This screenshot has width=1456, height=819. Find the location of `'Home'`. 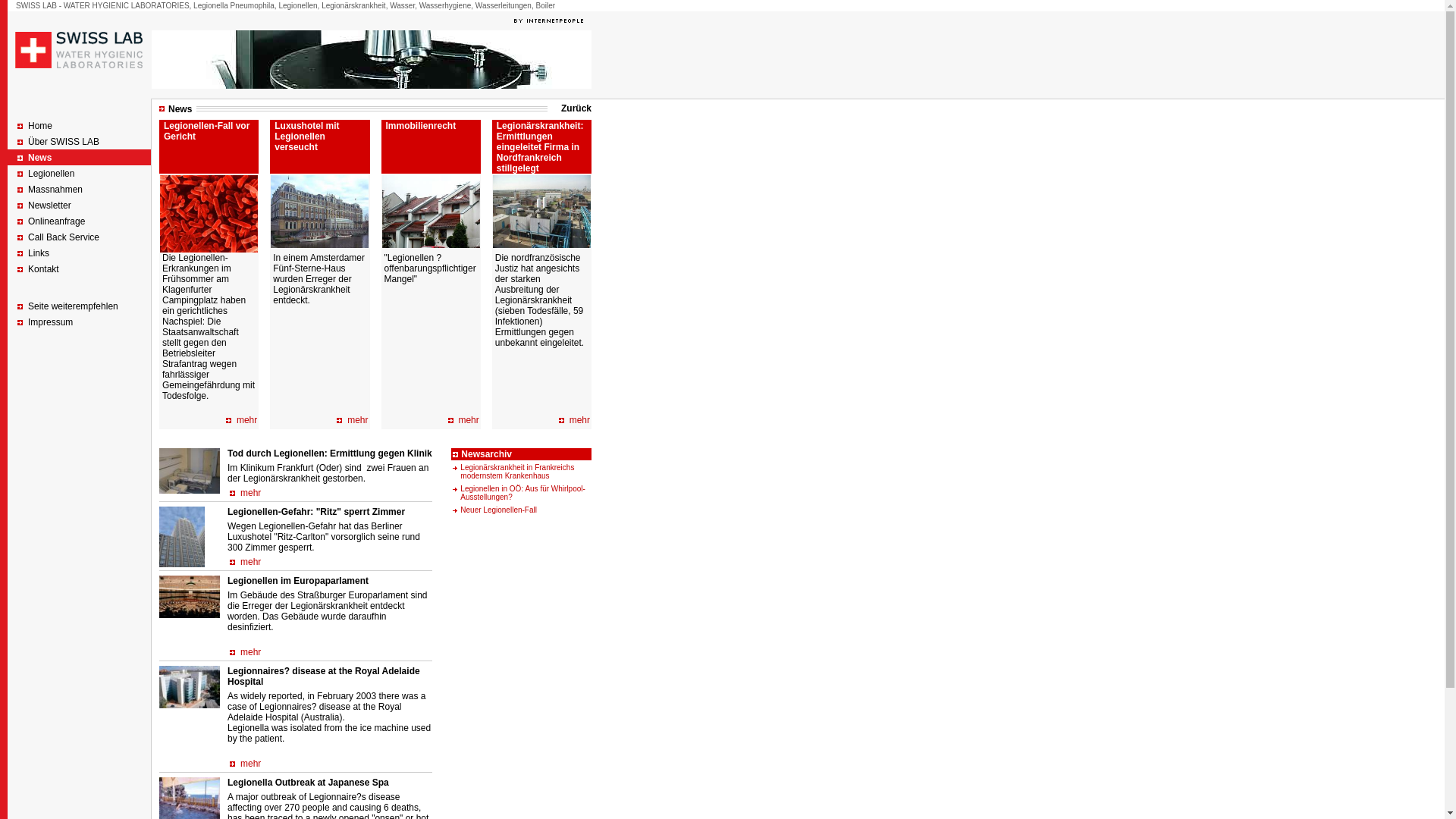

'Home' is located at coordinates (28, 124).